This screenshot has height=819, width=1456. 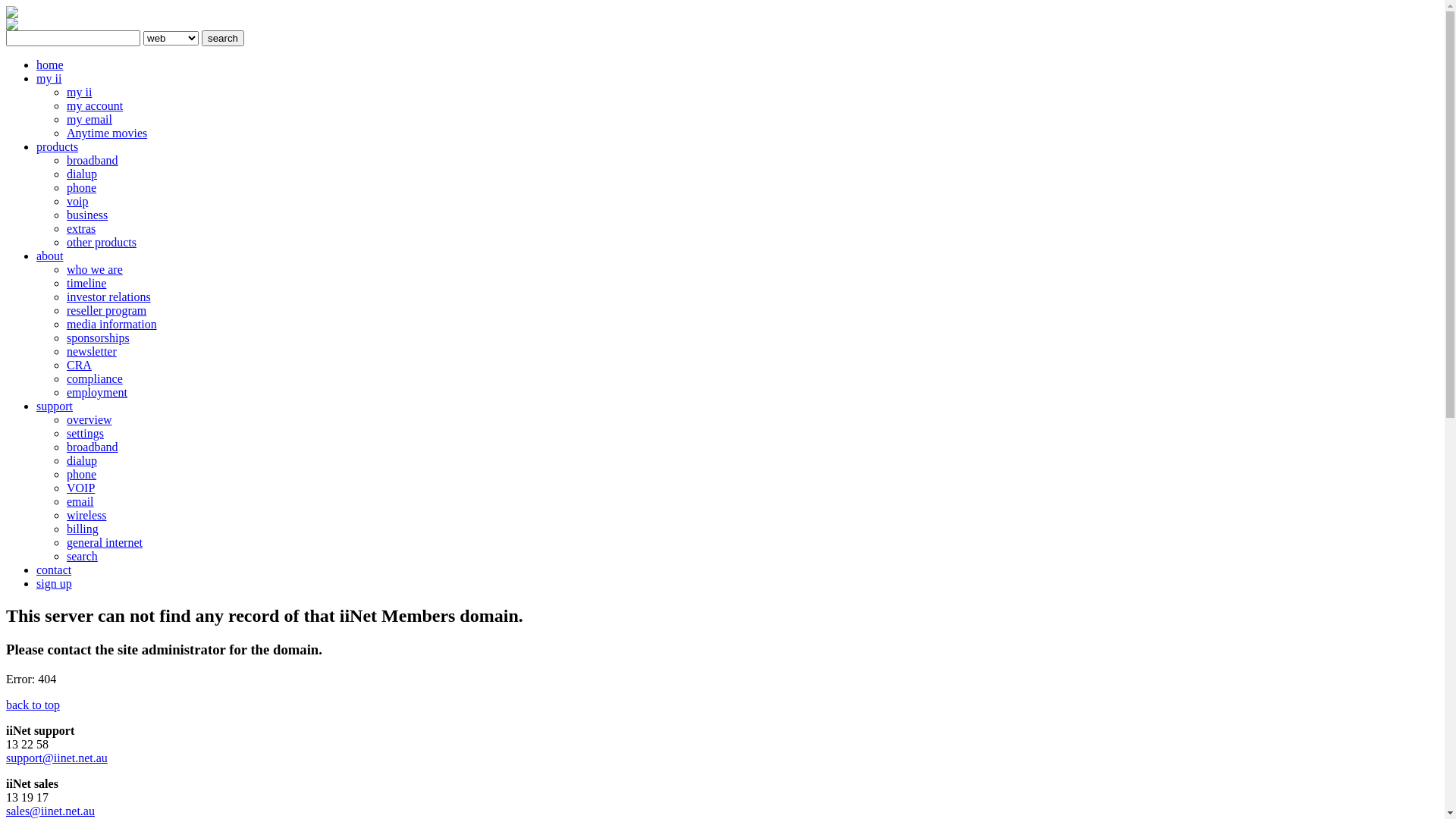 What do you see at coordinates (86, 514) in the screenshot?
I see `'wireless'` at bounding box center [86, 514].